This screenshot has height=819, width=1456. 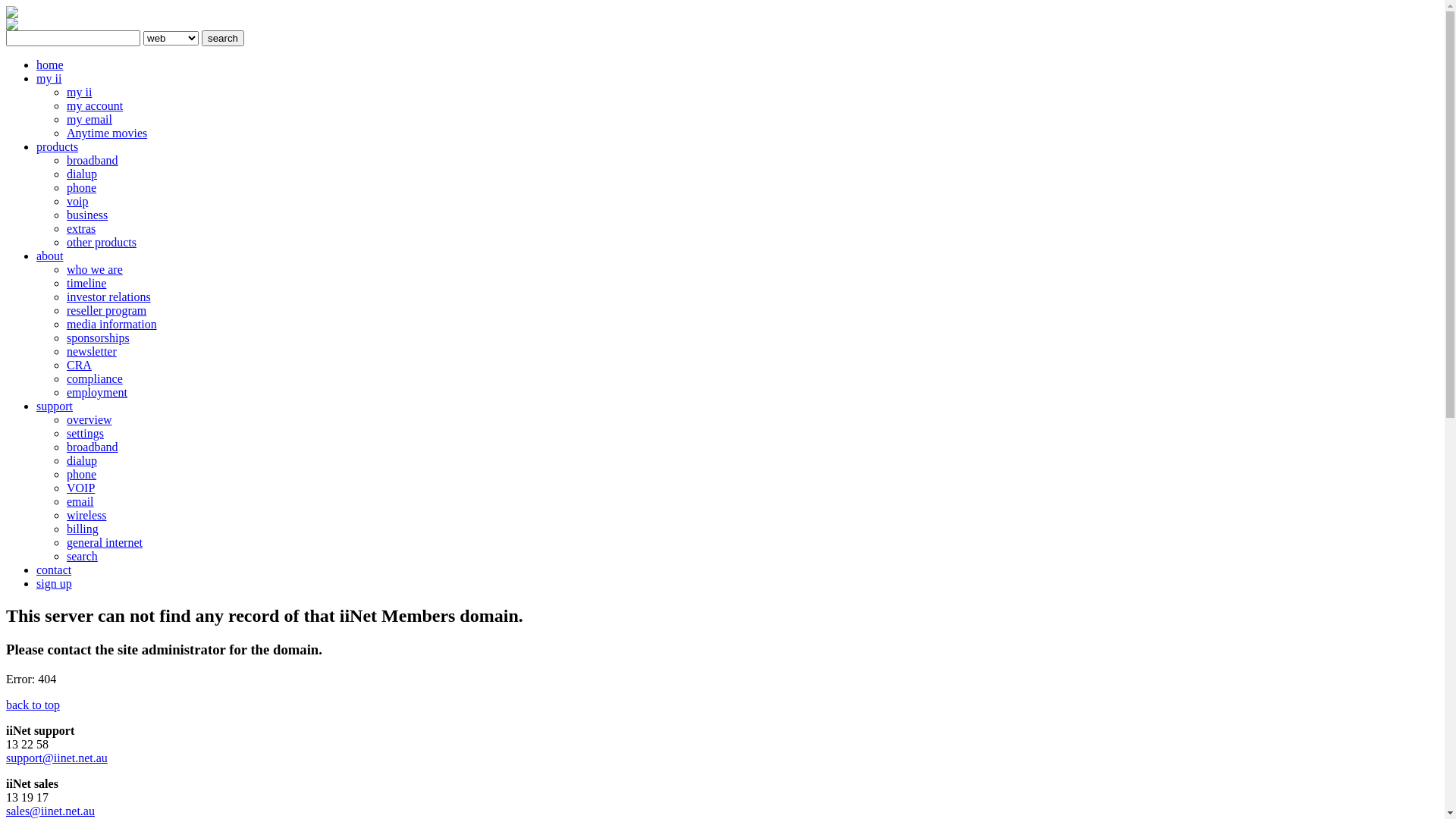 What do you see at coordinates (86, 514) in the screenshot?
I see `'wireless'` at bounding box center [86, 514].